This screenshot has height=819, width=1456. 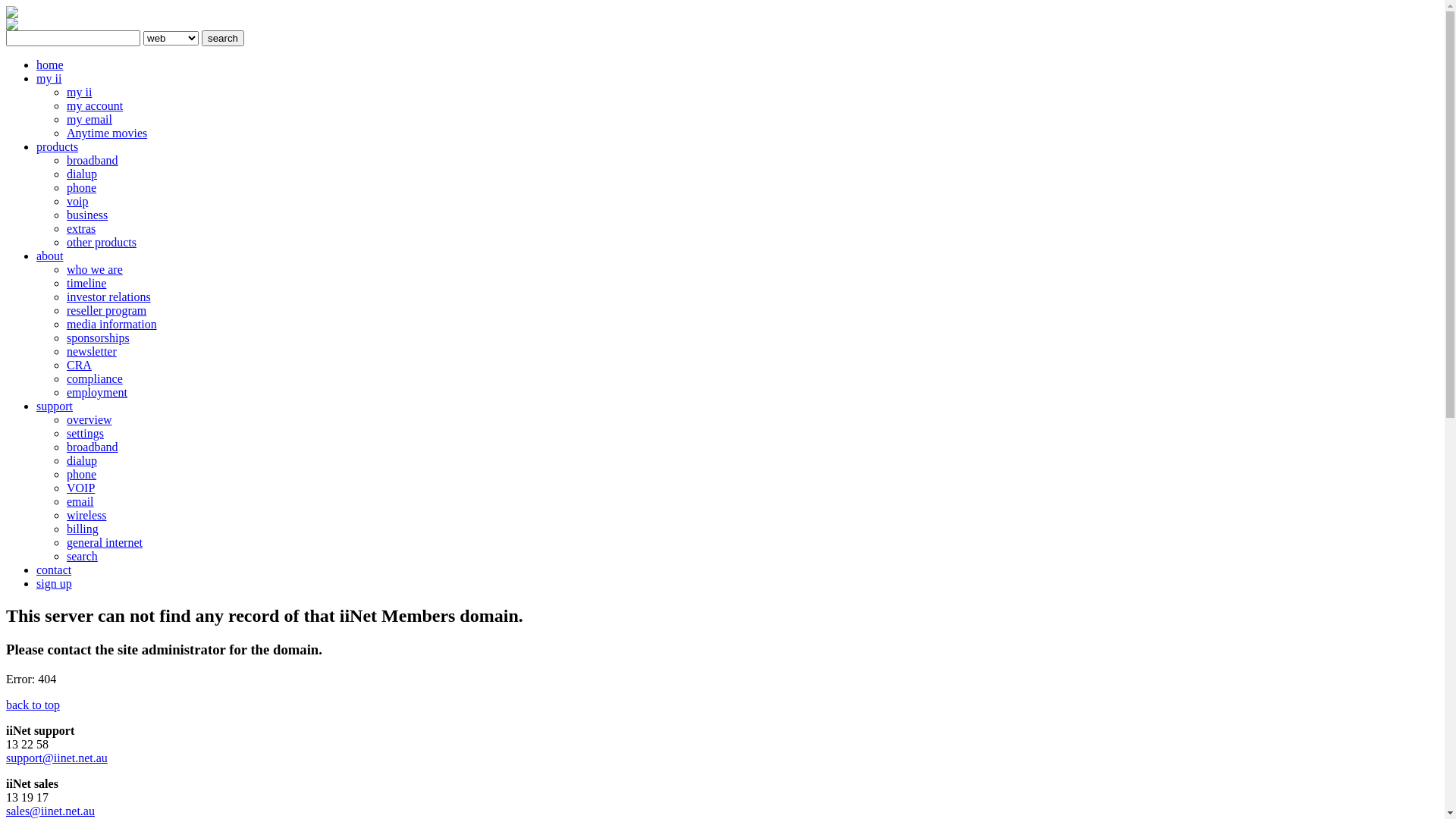 What do you see at coordinates (86, 514) in the screenshot?
I see `'wireless'` at bounding box center [86, 514].